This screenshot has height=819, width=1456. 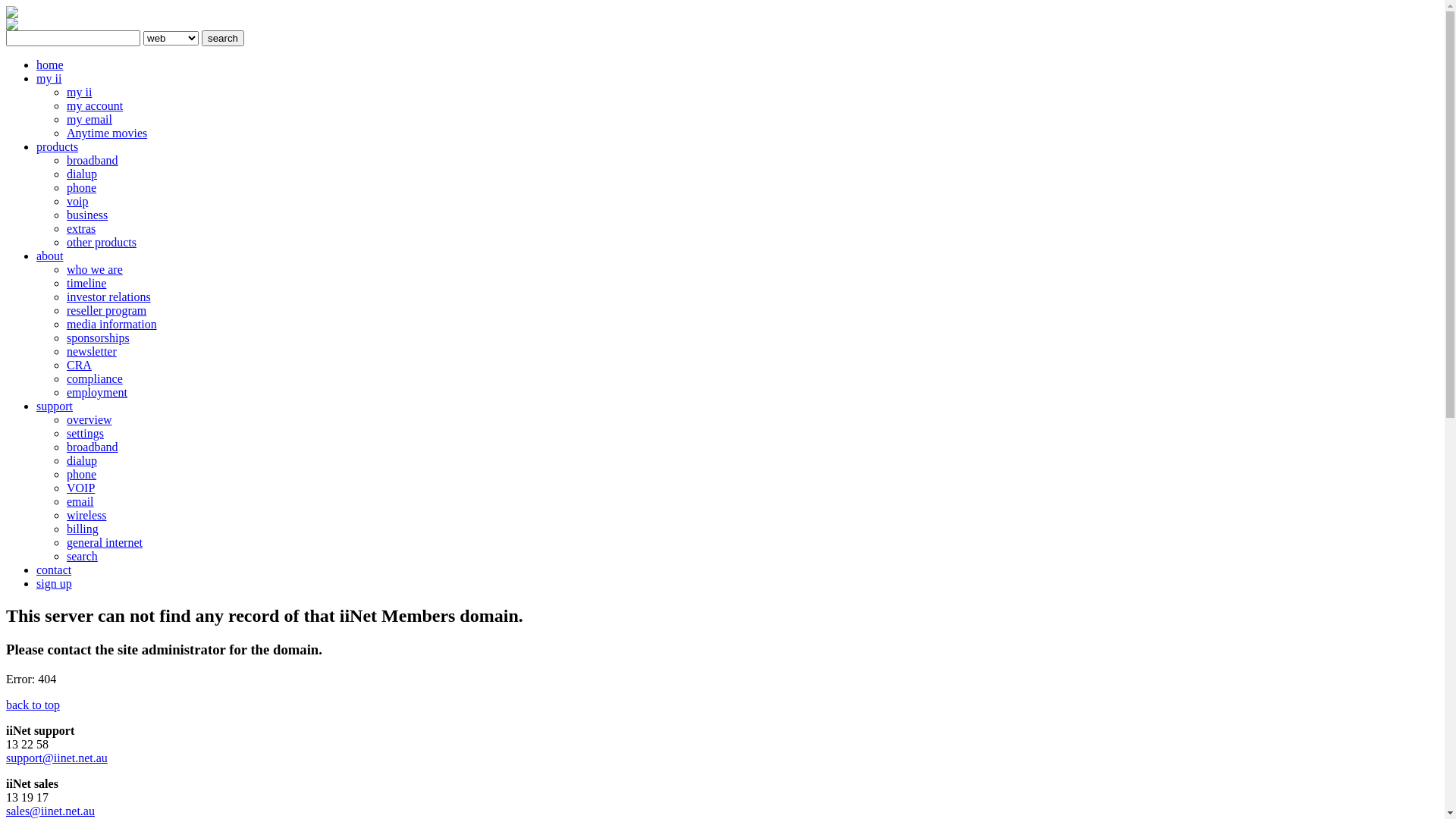 What do you see at coordinates (86, 514) in the screenshot?
I see `'wireless'` at bounding box center [86, 514].